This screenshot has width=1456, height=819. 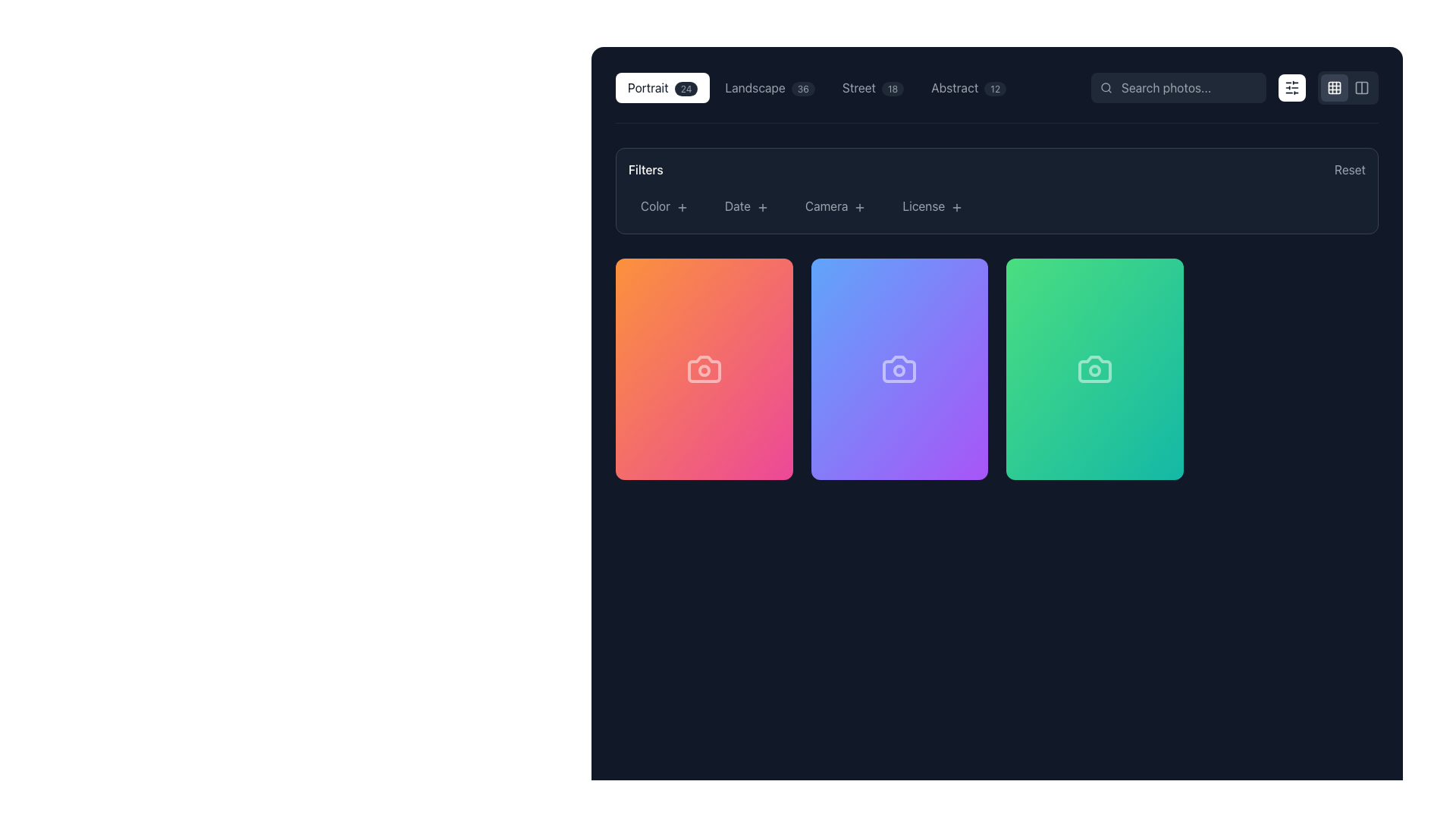 What do you see at coordinates (1350, 169) in the screenshot?
I see `the 'Reset' button labeled with gray font that changes to white on hover, located on the far right of its containing section` at bounding box center [1350, 169].